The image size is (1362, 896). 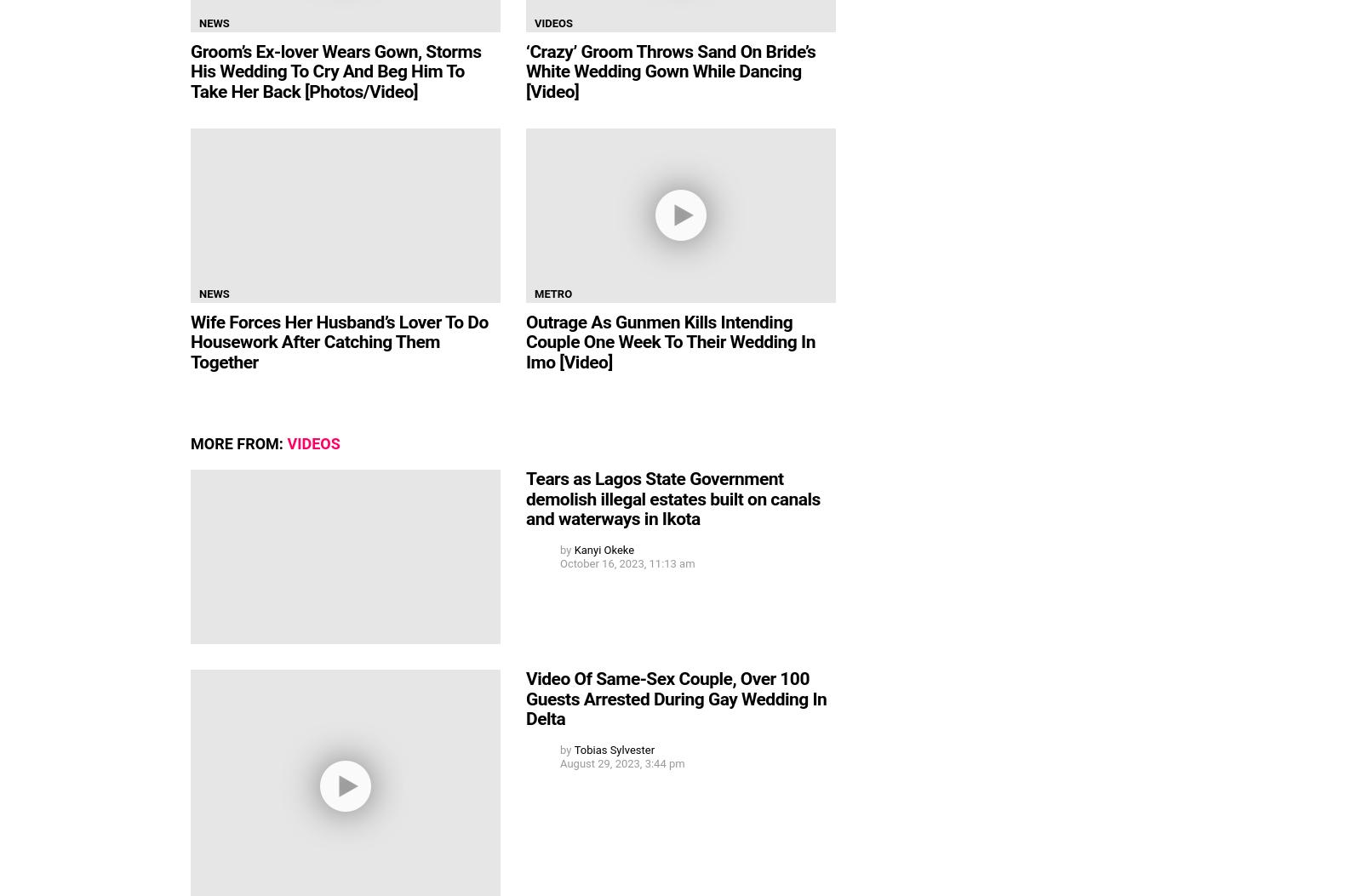 What do you see at coordinates (191, 71) in the screenshot?
I see `'Groom’s Ex-lover Wears Gown, Storms His Wedding To Cry And Beg Him To Take Her Back [Photos/Video]'` at bounding box center [191, 71].